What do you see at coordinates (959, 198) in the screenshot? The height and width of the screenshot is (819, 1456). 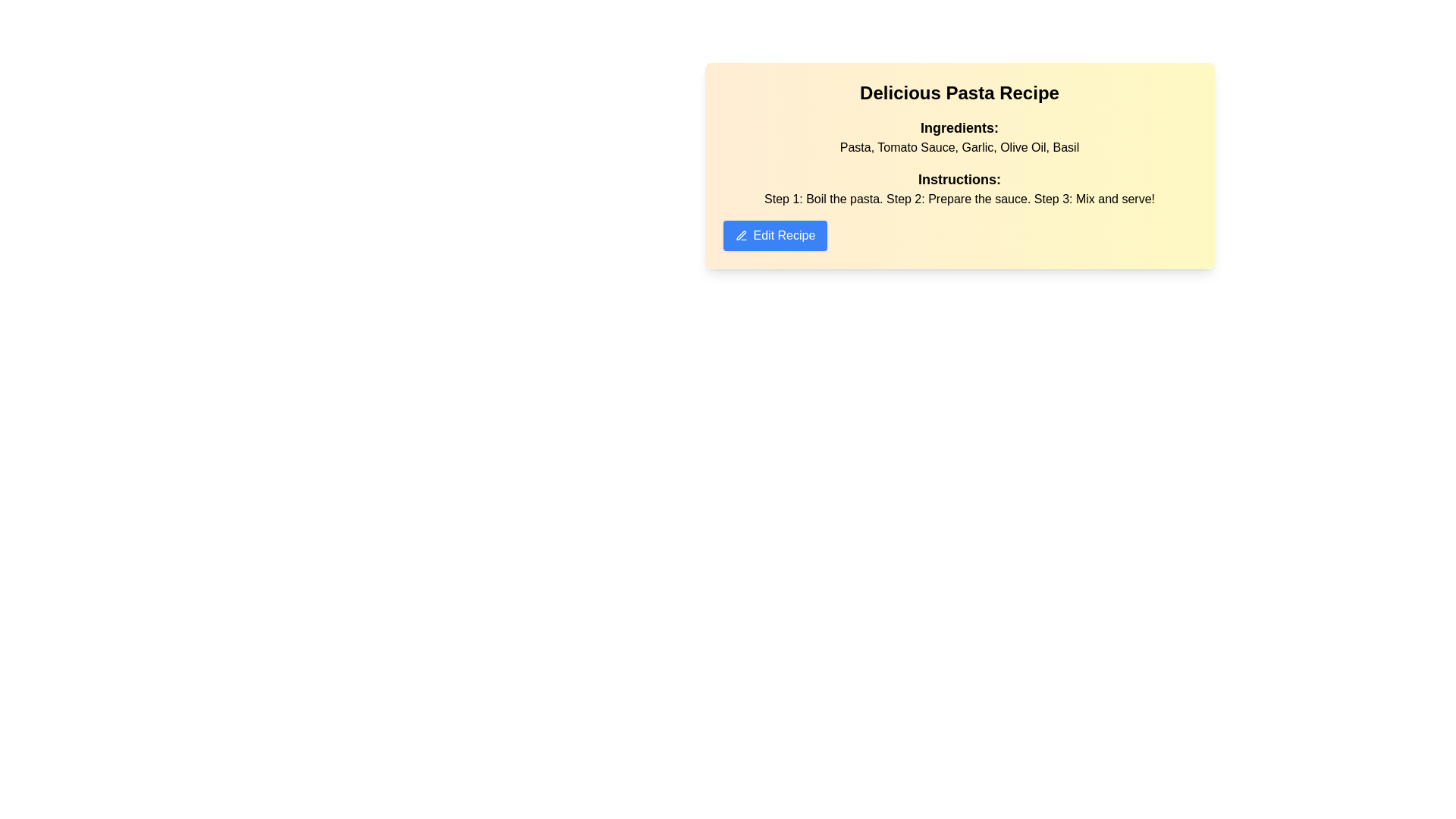 I see `instructions listed in the static text element that contains sequential cooking steps, positioned below the 'Instructions:' label` at bounding box center [959, 198].